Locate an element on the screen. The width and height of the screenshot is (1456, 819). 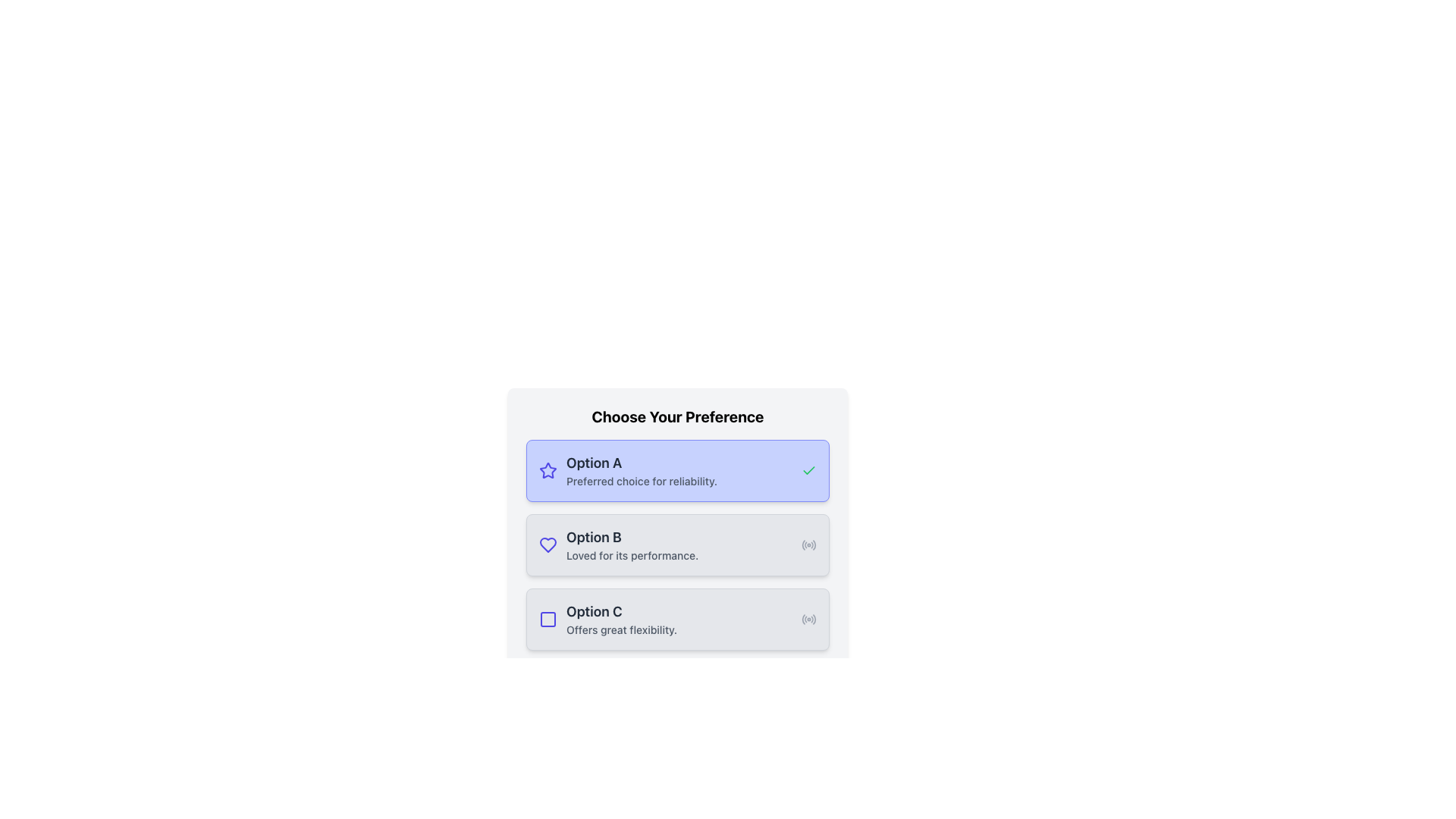
the icon that visually indicates the 'Option A' choice, which is located to the left of the text 'Option A' within its card is located at coordinates (548, 470).